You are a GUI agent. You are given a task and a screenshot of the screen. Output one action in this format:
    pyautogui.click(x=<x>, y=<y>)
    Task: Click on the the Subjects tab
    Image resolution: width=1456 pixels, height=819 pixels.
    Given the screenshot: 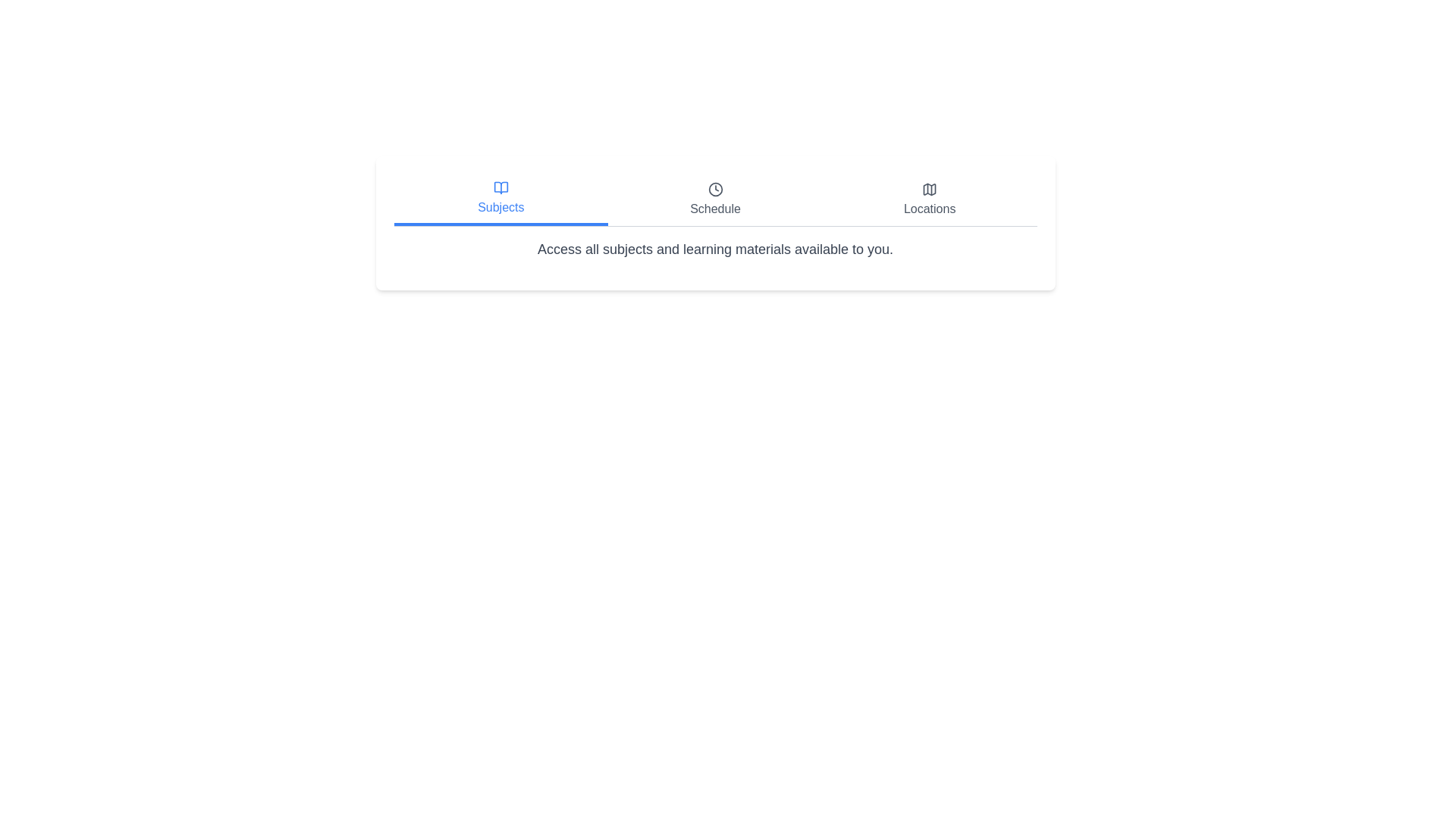 What is the action you would take?
    pyautogui.click(x=500, y=199)
    